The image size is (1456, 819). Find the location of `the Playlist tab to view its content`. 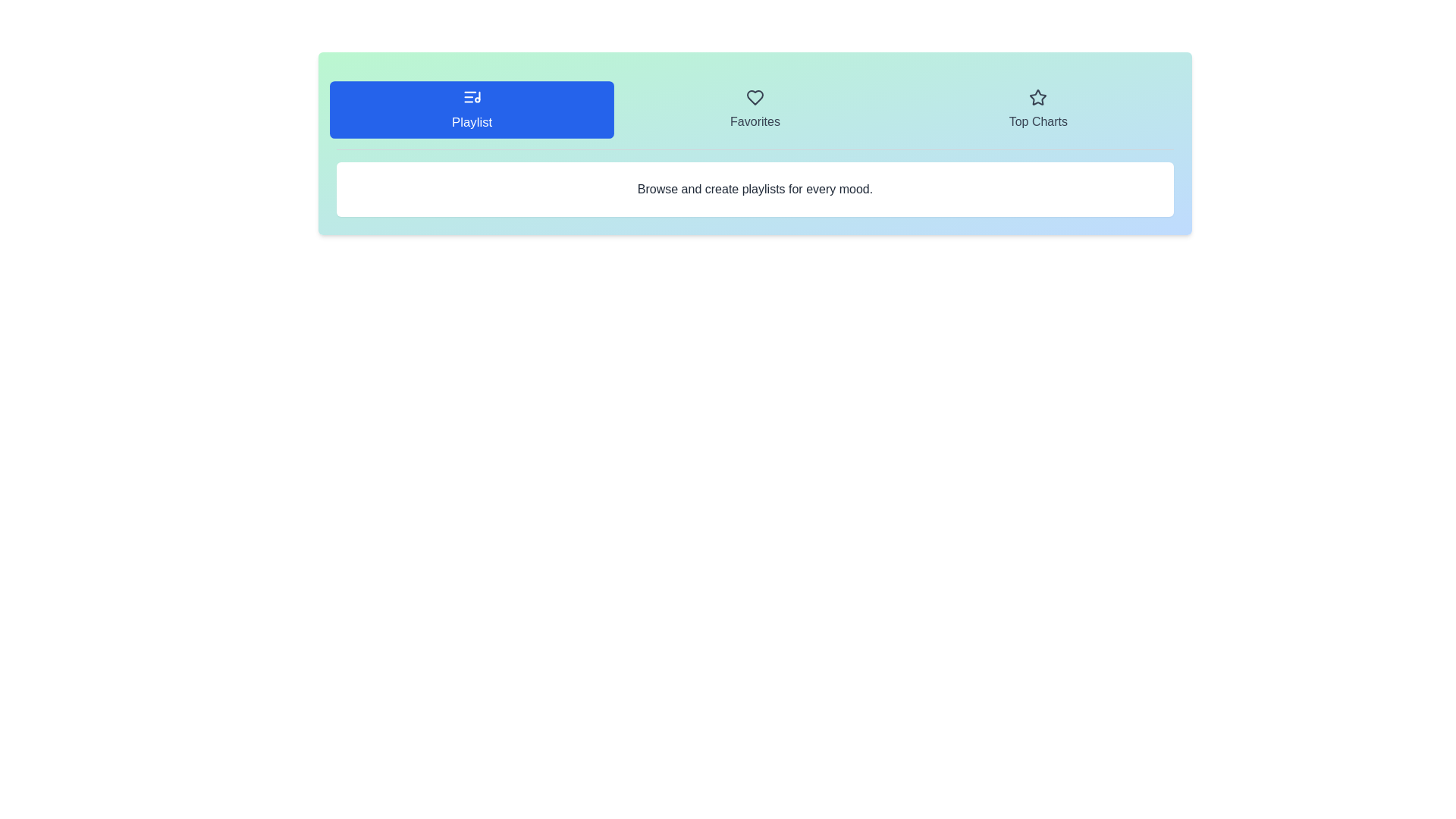

the Playlist tab to view its content is located at coordinates (471, 109).